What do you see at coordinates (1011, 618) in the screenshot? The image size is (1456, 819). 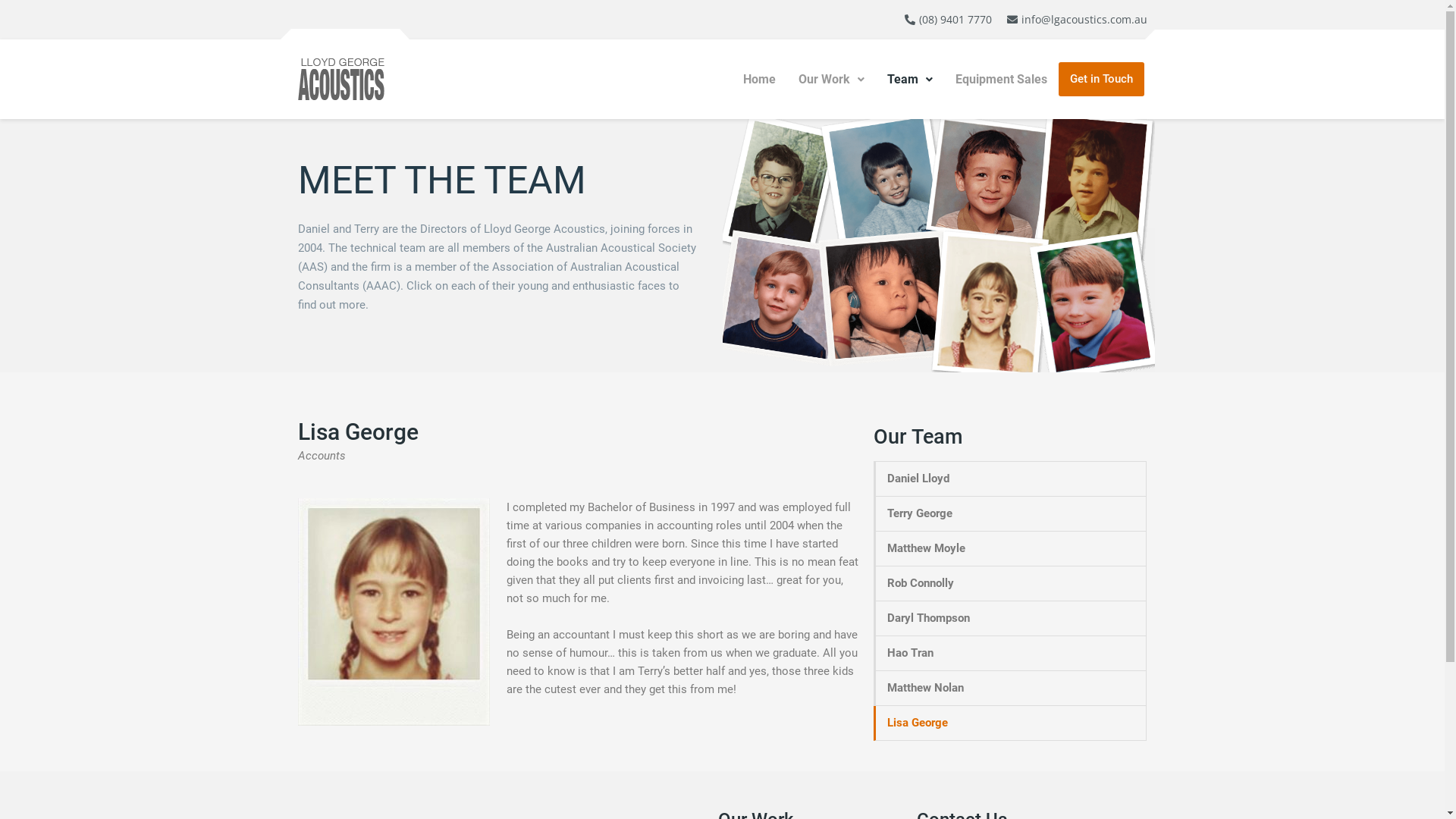 I see `'Daryl Thompson'` at bounding box center [1011, 618].